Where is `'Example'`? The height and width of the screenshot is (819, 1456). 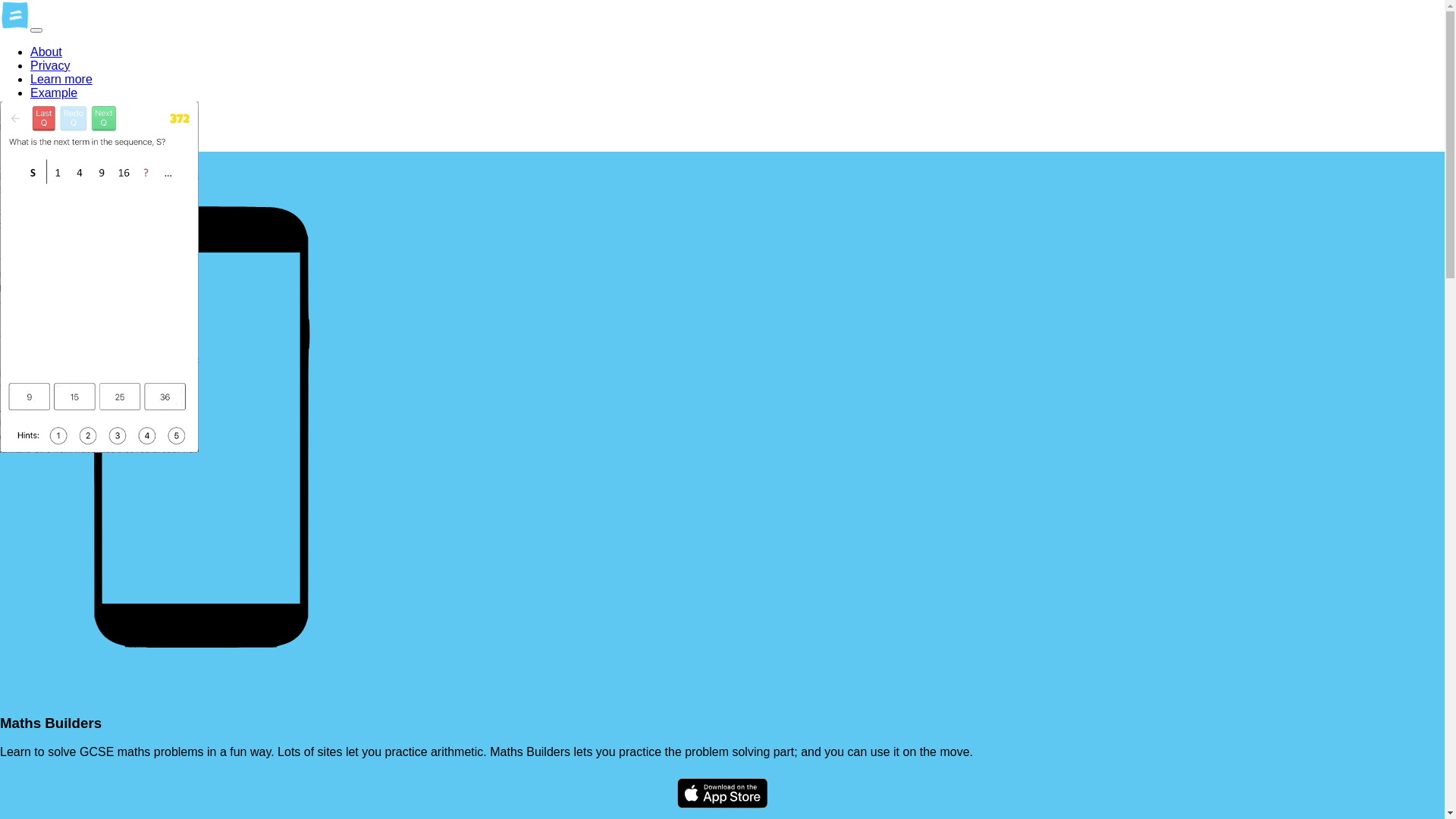
'Example' is located at coordinates (30, 93).